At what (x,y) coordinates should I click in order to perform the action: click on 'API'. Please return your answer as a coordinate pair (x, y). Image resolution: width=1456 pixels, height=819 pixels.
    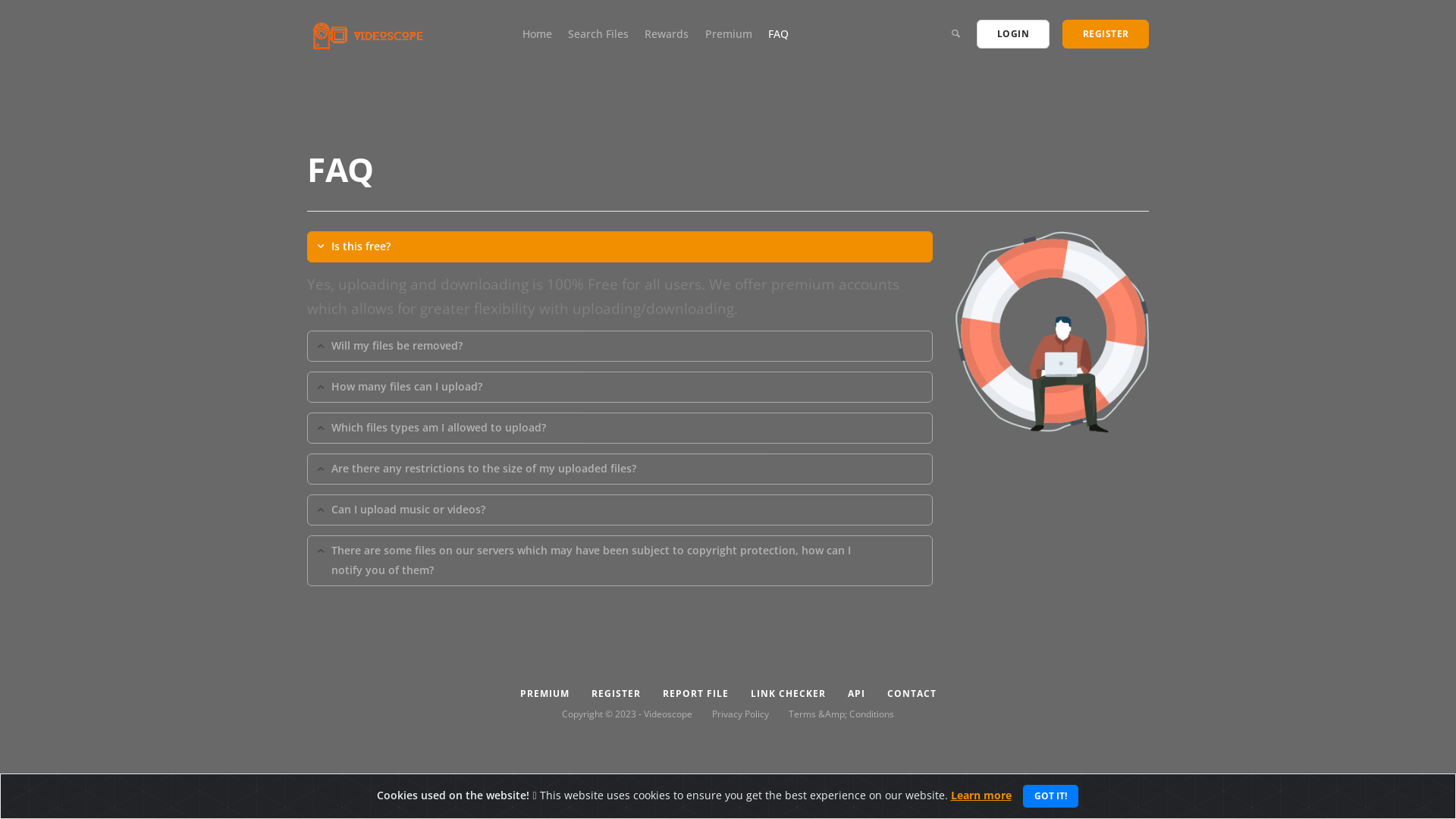
    Looking at the image, I should click on (855, 693).